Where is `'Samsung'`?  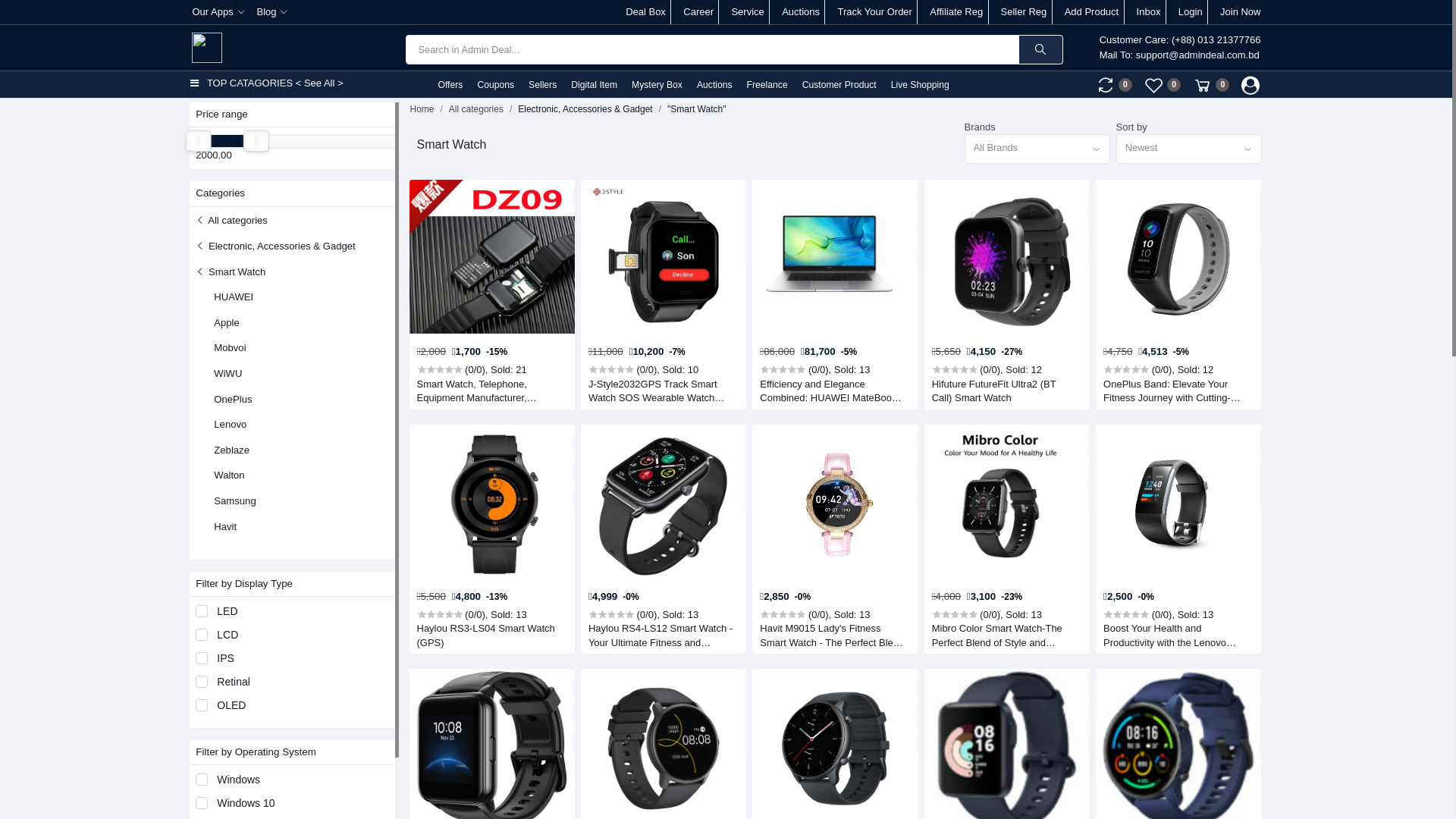
'Samsung' is located at coordinates (234, 500).